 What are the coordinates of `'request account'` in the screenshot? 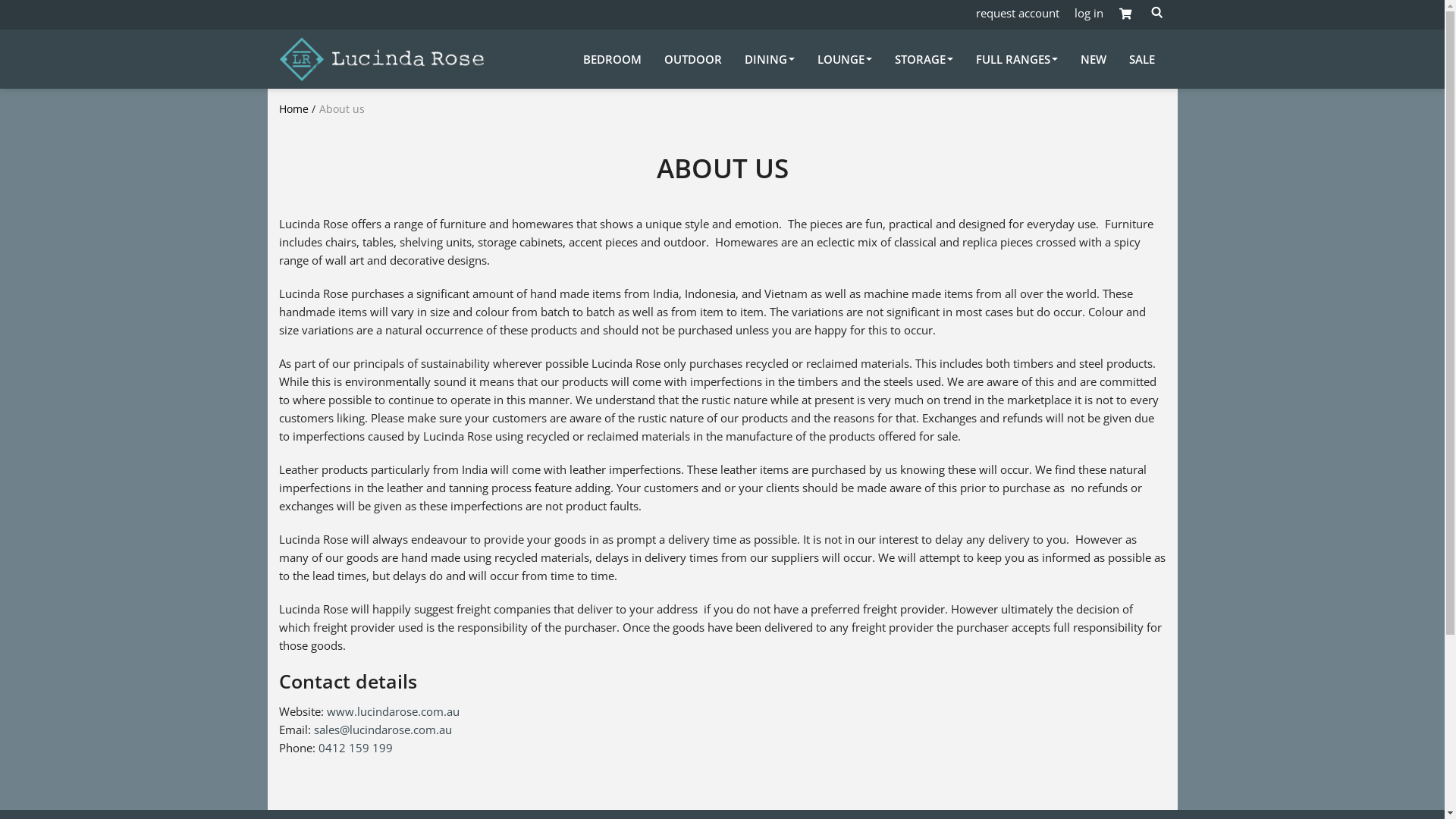 It's located at (975, 12).